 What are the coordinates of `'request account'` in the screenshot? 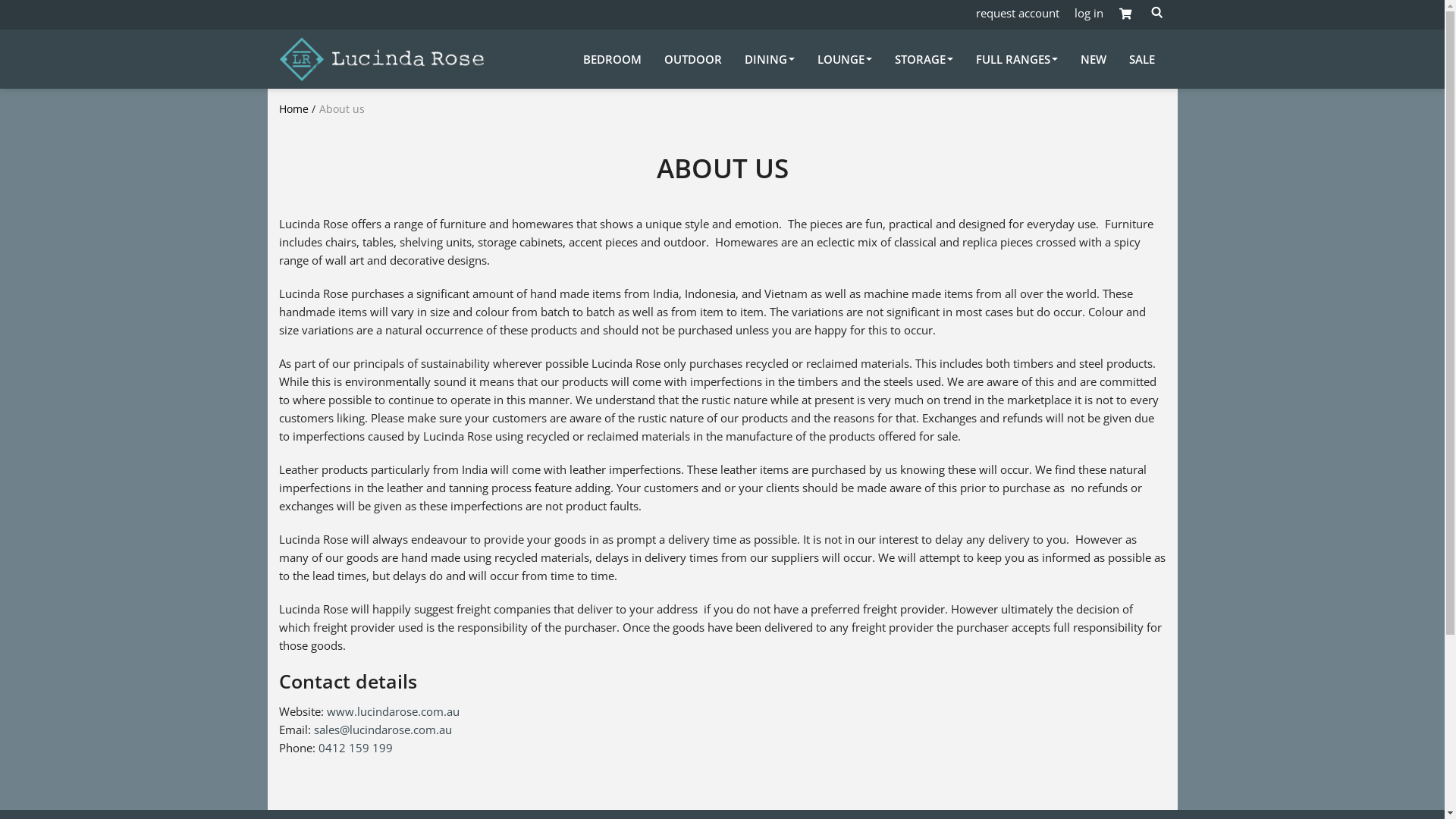 It's located at (975, 12).